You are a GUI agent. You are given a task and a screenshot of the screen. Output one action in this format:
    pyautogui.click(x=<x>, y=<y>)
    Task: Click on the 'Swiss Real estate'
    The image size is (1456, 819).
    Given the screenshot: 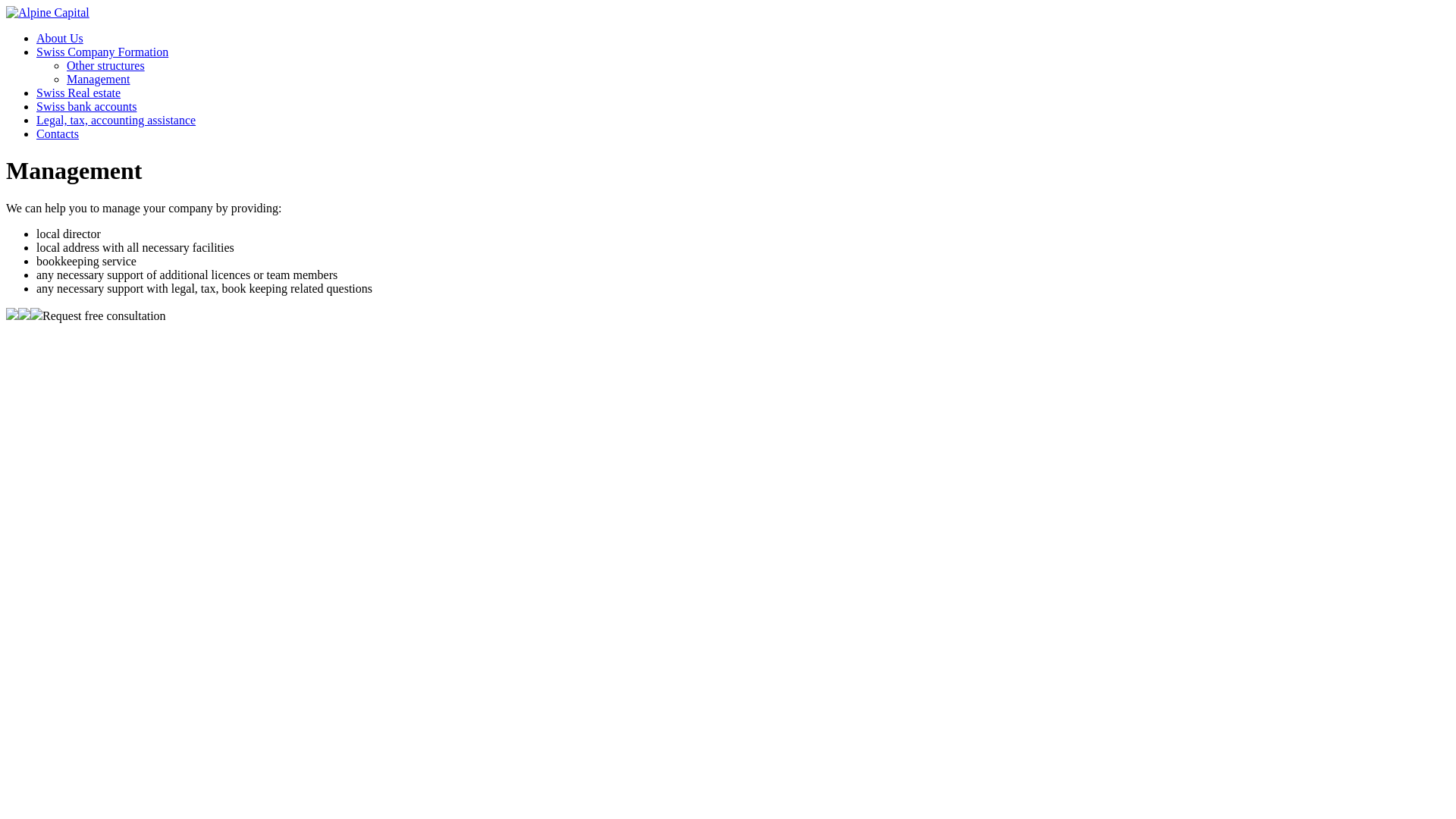 What is the action you would take?
    pyautogui.click(x=77, y=93)
    